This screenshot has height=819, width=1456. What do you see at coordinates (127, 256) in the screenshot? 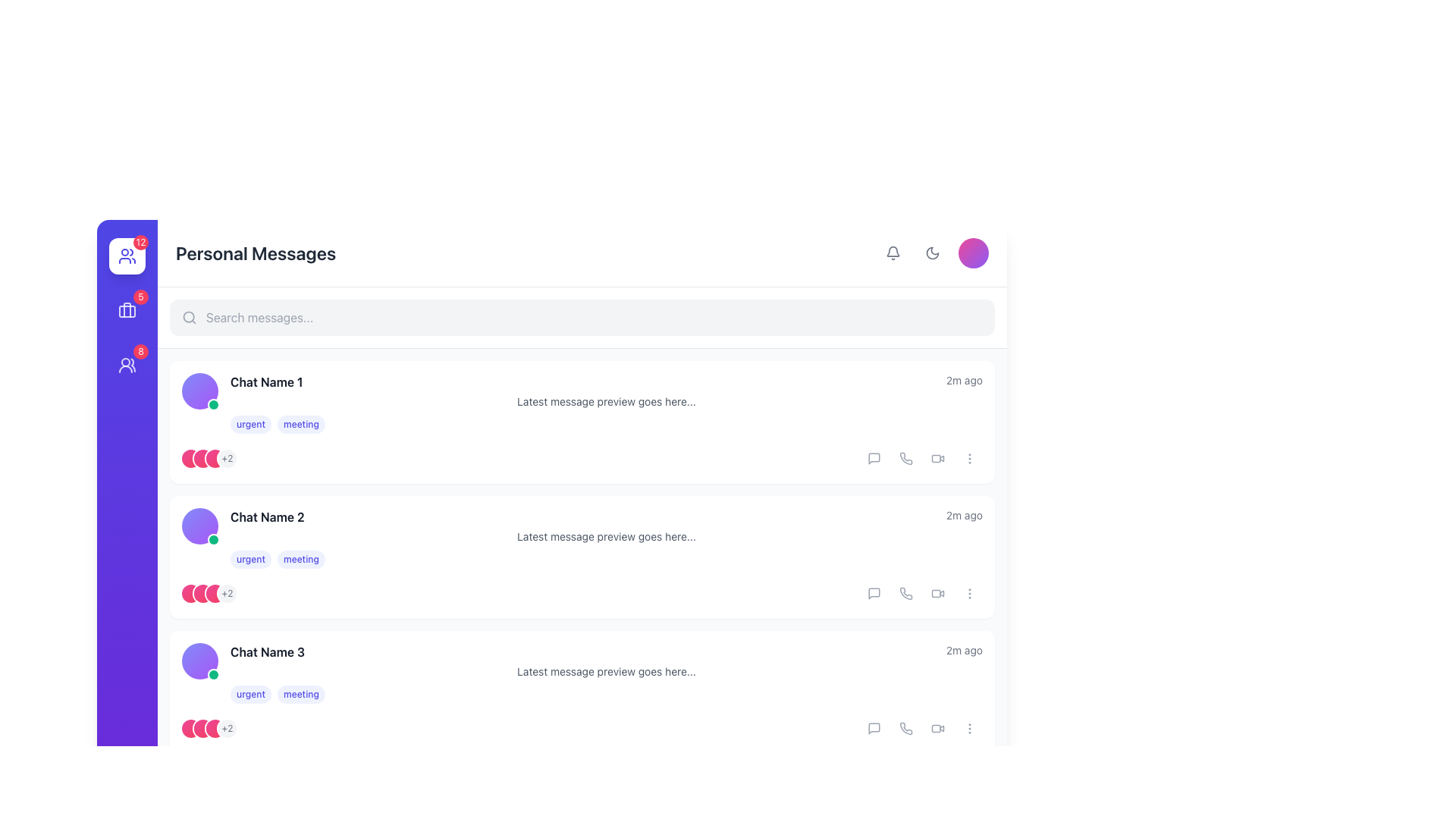
I see `the first navigational button in the sidebar, which provides access to group or user management` at bounding box center [127, 256].